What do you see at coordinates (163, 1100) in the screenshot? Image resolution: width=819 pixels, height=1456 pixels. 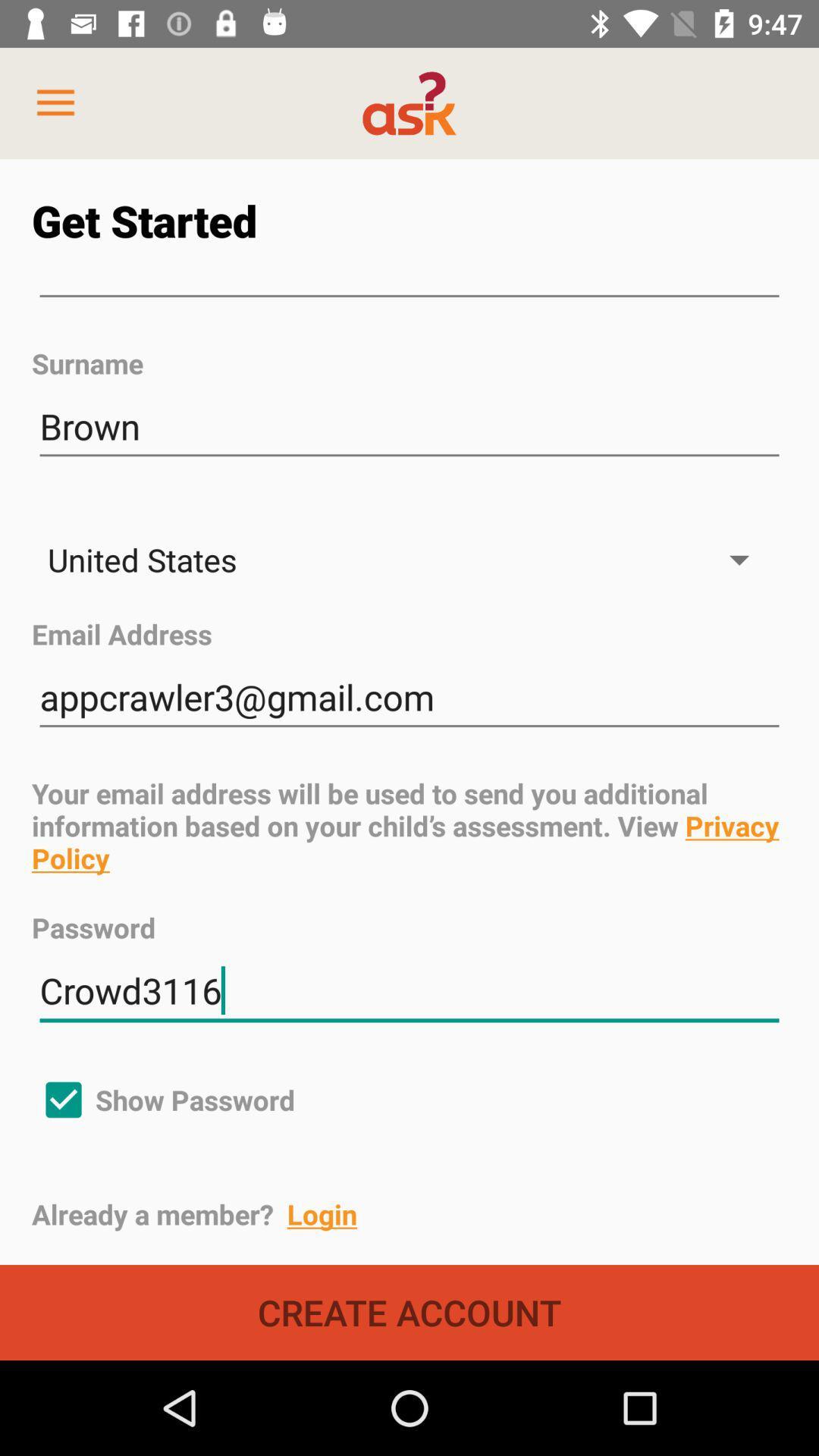 I see `the item at the bottom left corner` at bounding box center [163, 1100].